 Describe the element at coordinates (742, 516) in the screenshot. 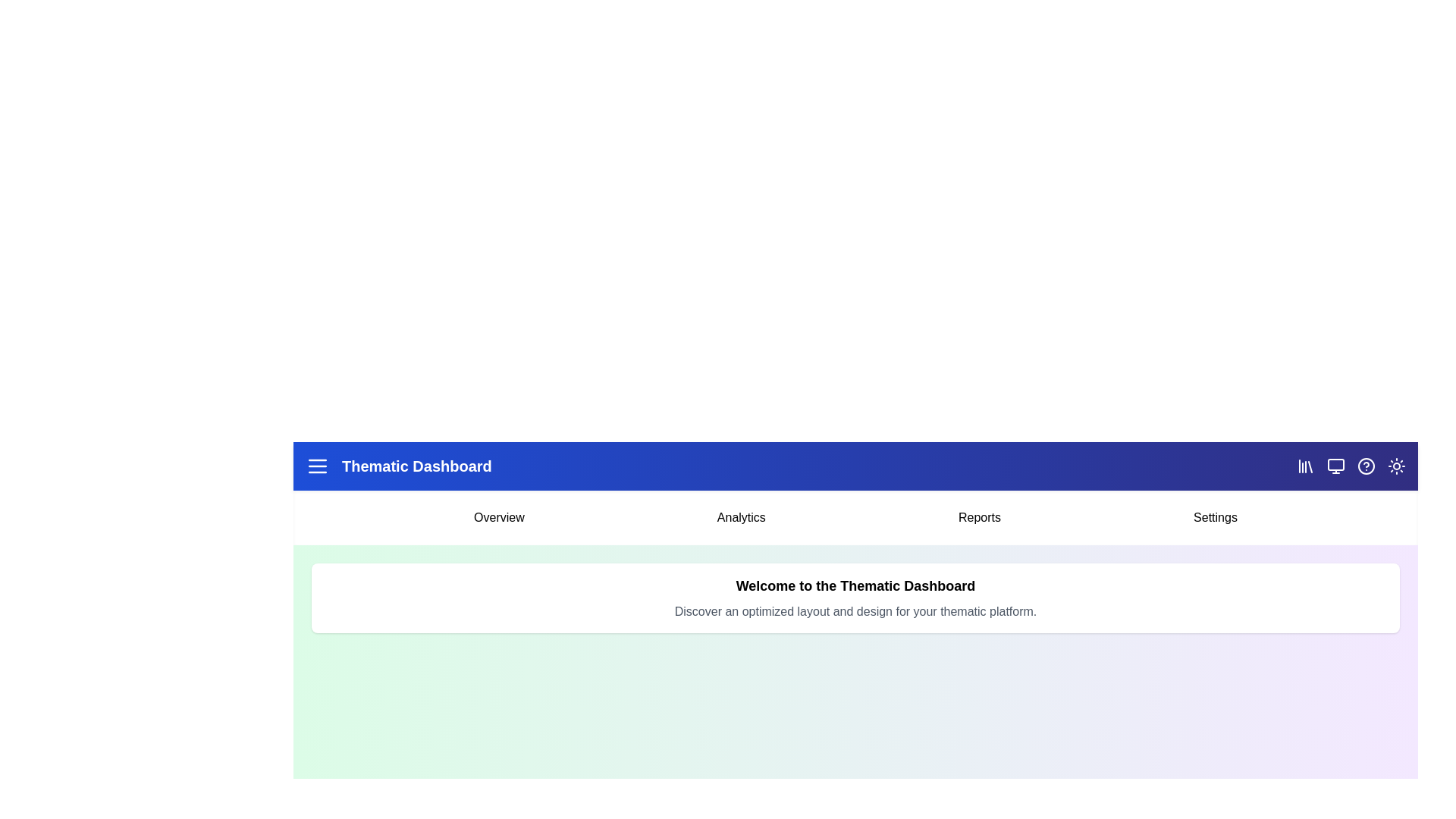

I see `the menu item Analytics from the menu bar` at that location.